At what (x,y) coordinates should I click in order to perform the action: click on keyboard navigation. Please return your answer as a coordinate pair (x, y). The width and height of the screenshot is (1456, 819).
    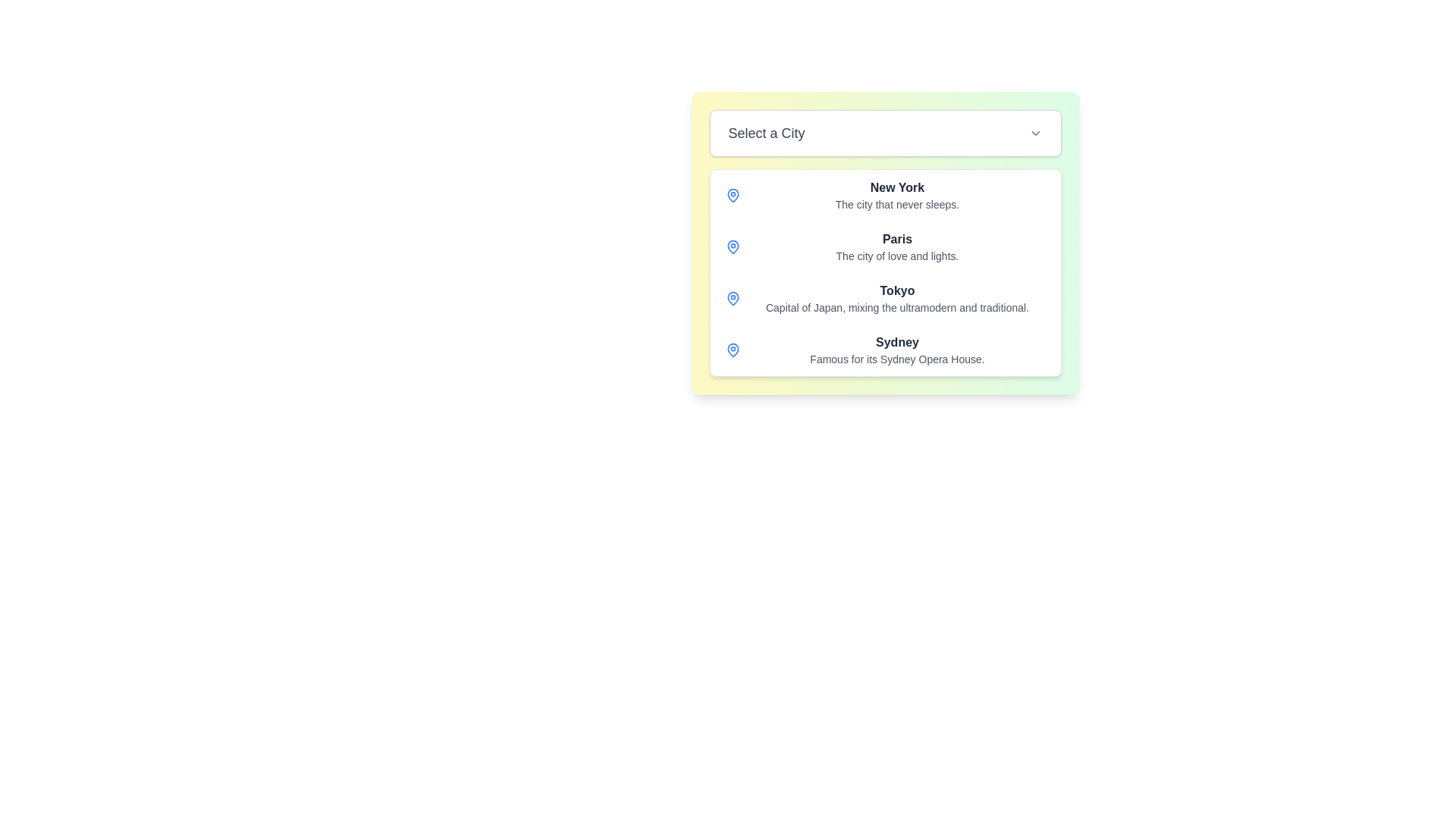
    Looking at the image, I should click on (897, 187).